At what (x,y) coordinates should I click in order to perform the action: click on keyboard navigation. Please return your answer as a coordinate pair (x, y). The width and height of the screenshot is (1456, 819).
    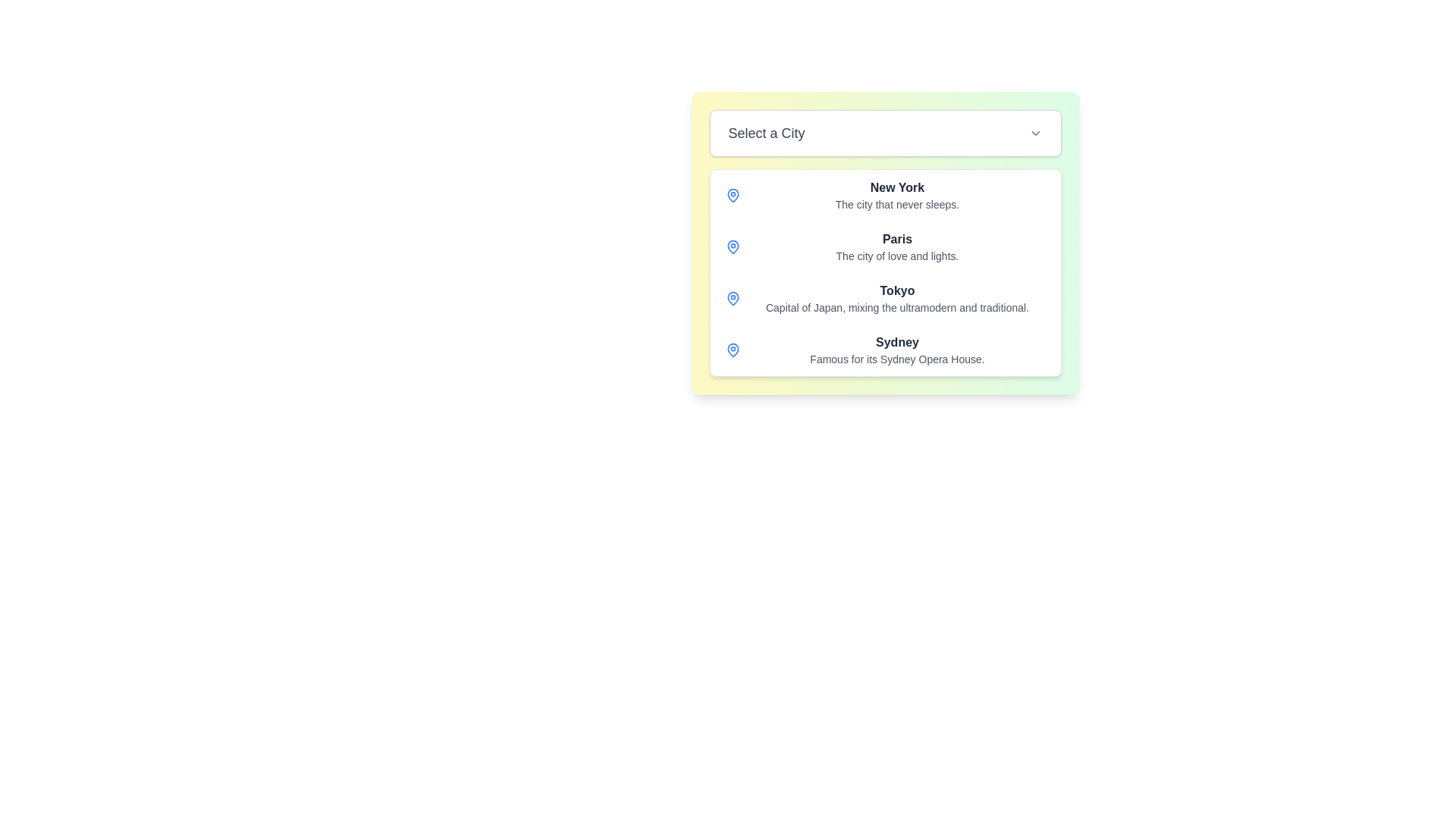
    Looking at the image, I should click on (897, 187).